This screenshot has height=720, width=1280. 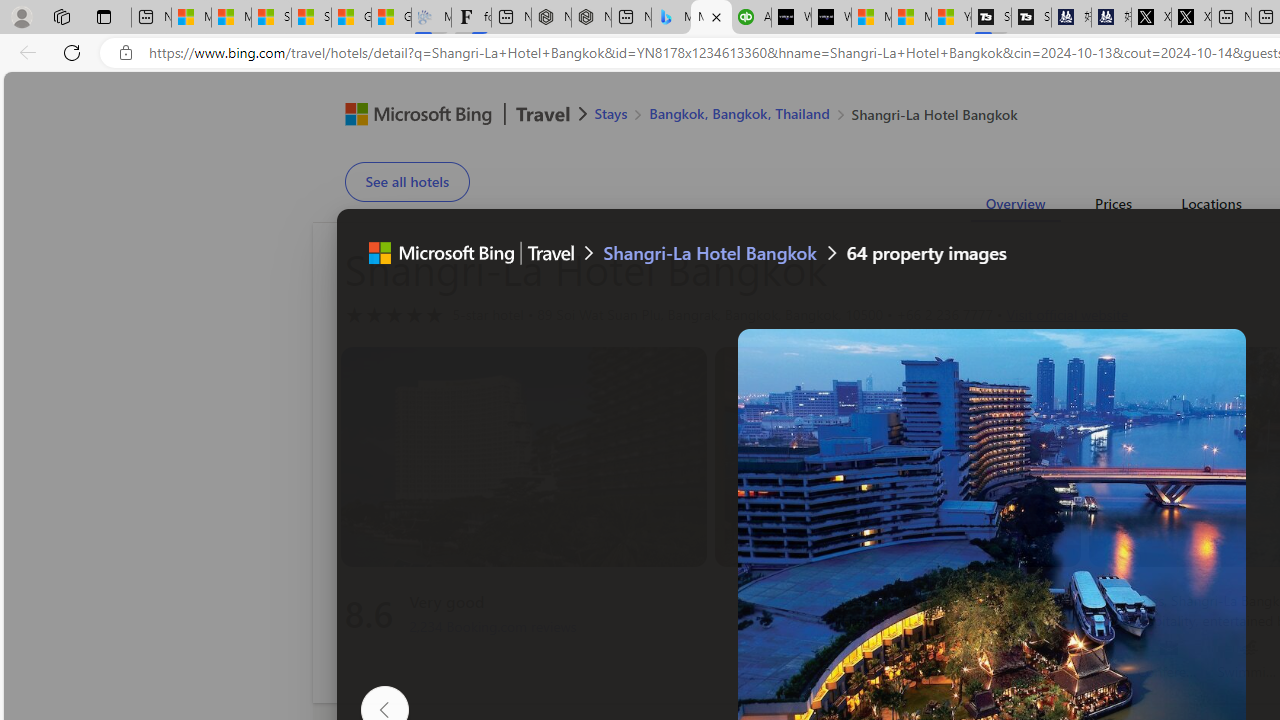 I want to click on 'Accounting Software for Accountants, CPAs and Bookkeepers', so click(x=750, y=17).